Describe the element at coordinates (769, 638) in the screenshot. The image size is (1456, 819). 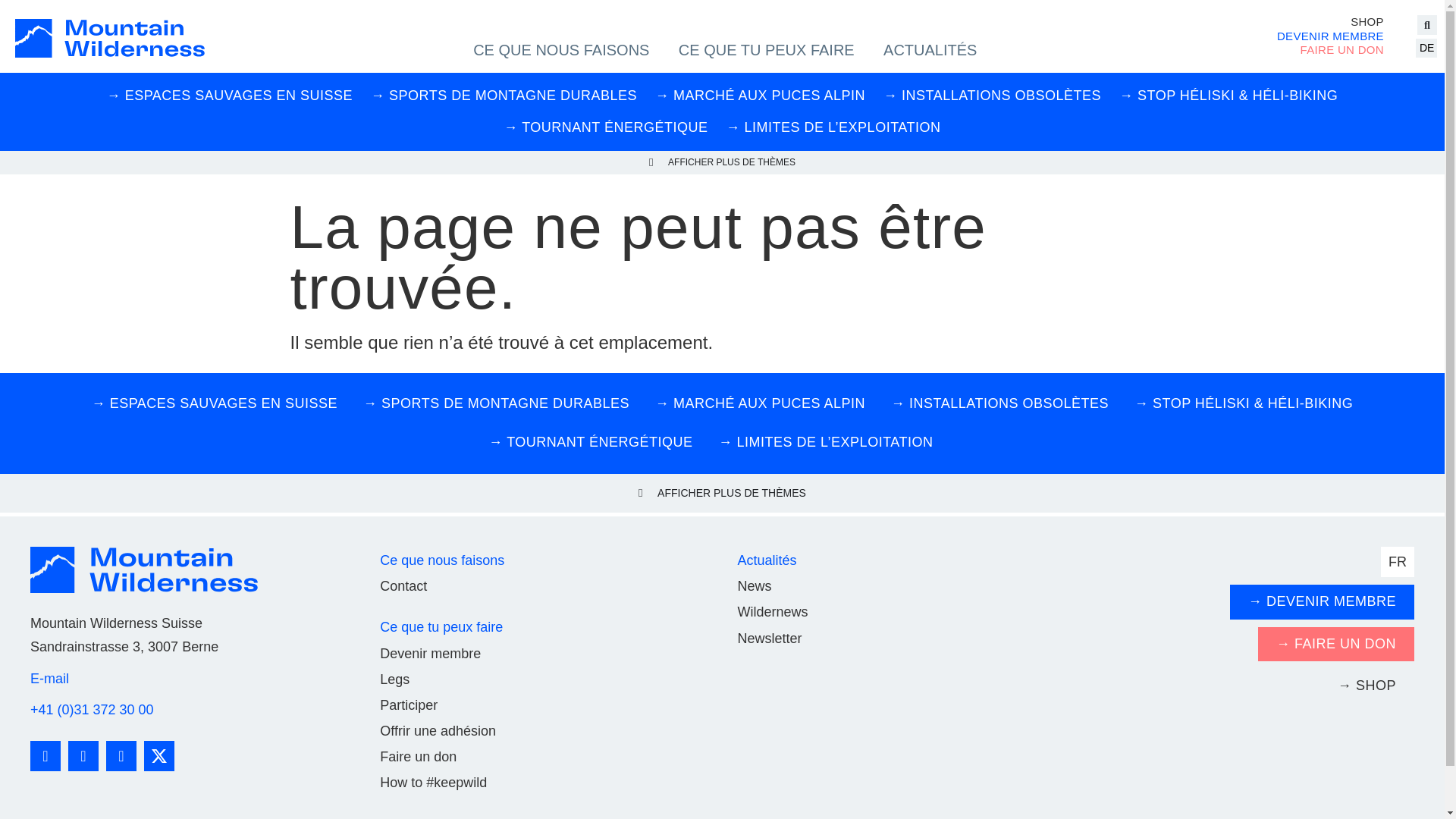
I see `'Newsletter'` at that location.